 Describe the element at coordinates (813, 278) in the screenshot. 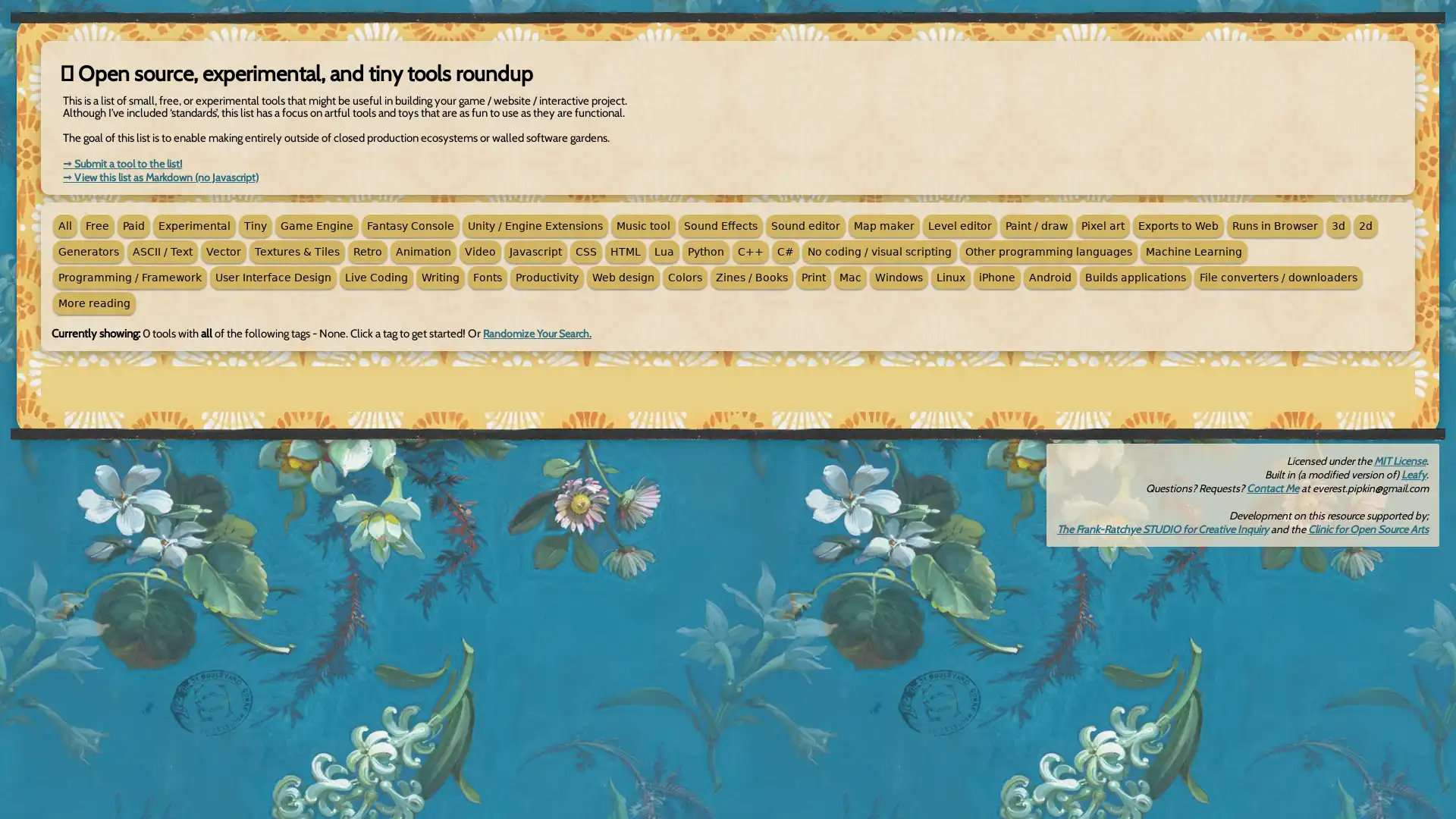

I see `Print` at that location.